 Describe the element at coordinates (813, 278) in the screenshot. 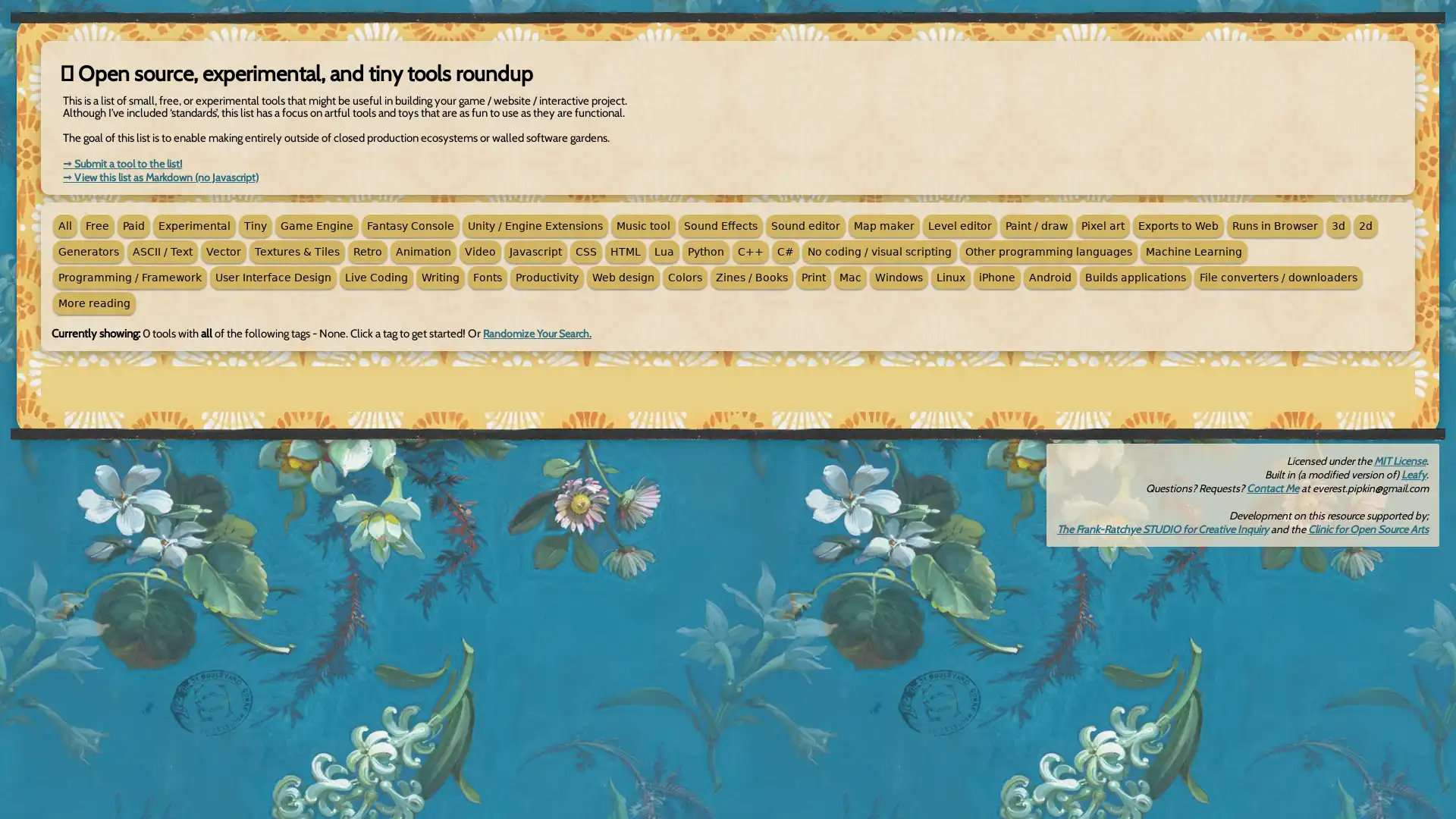

I see `Print` at that location.